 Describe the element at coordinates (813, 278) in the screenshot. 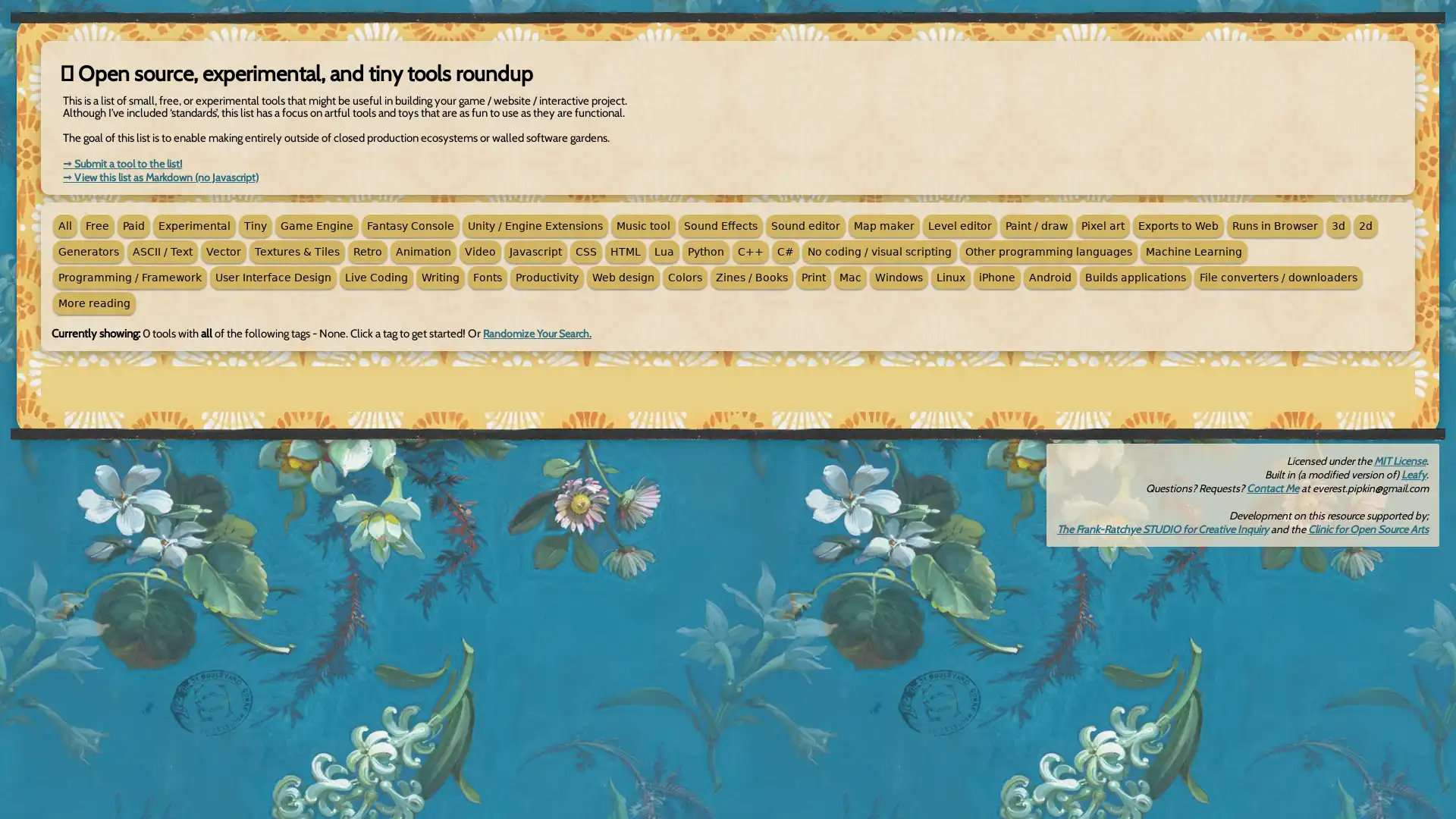

I see `Print` at that location.